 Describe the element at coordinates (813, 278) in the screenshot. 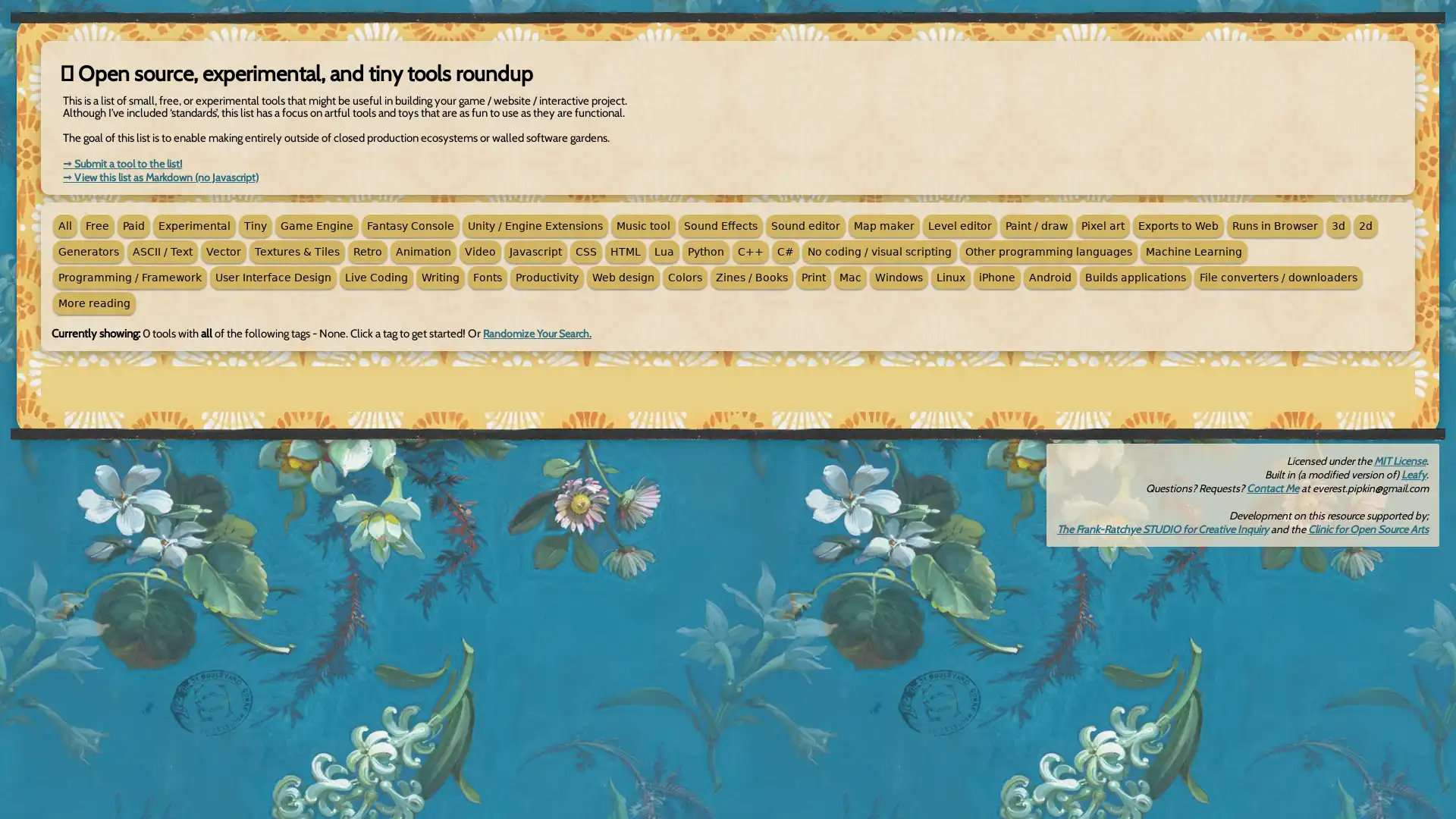

I see `Print` at that location.